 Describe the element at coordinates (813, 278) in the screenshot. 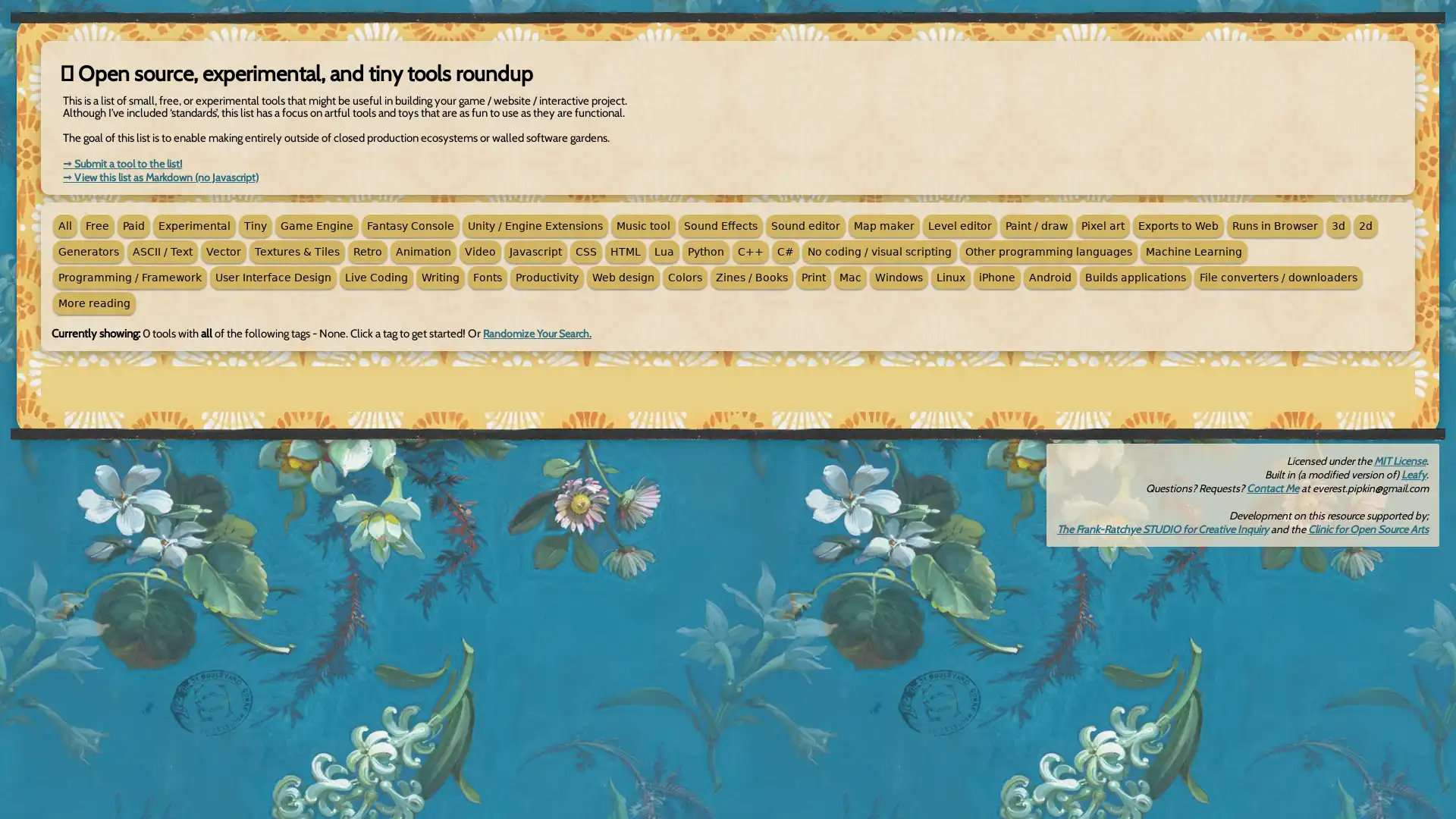

I see `Print` at that location.